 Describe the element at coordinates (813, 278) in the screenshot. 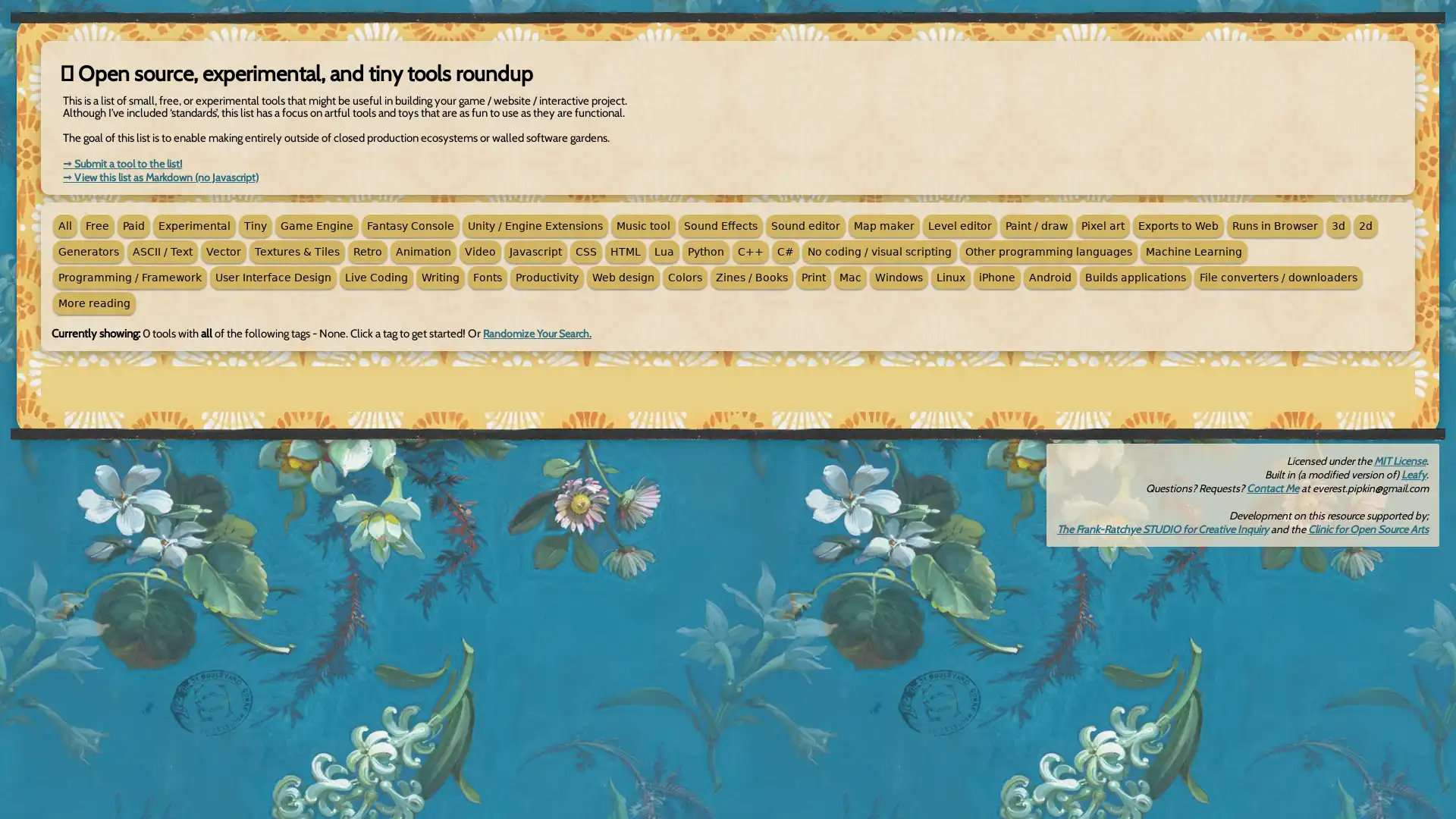

I see `Print` at that location.